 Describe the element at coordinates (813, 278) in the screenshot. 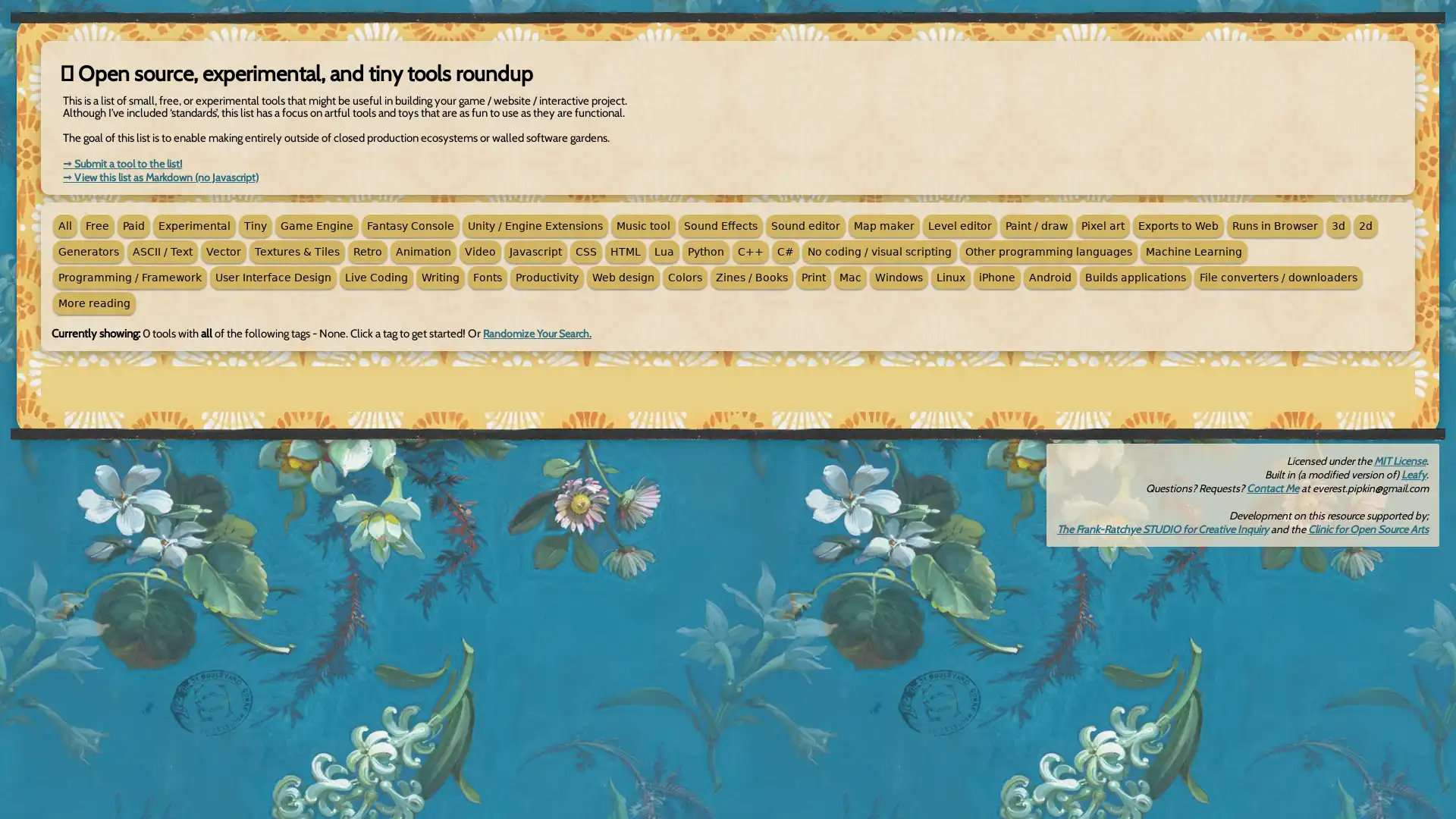

I see `Print` at that location.